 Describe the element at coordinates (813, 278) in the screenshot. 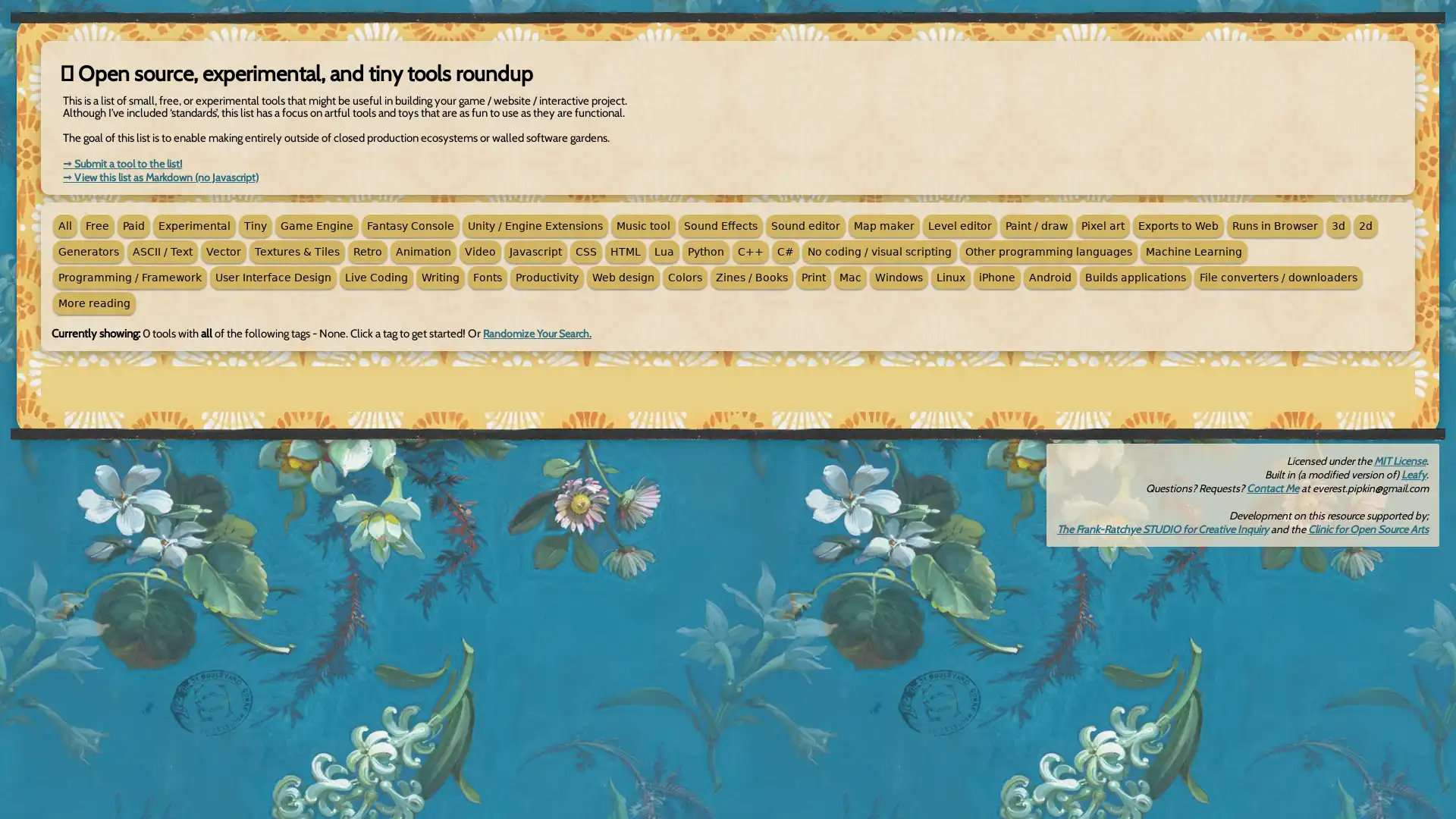

I see `Print` at that location.